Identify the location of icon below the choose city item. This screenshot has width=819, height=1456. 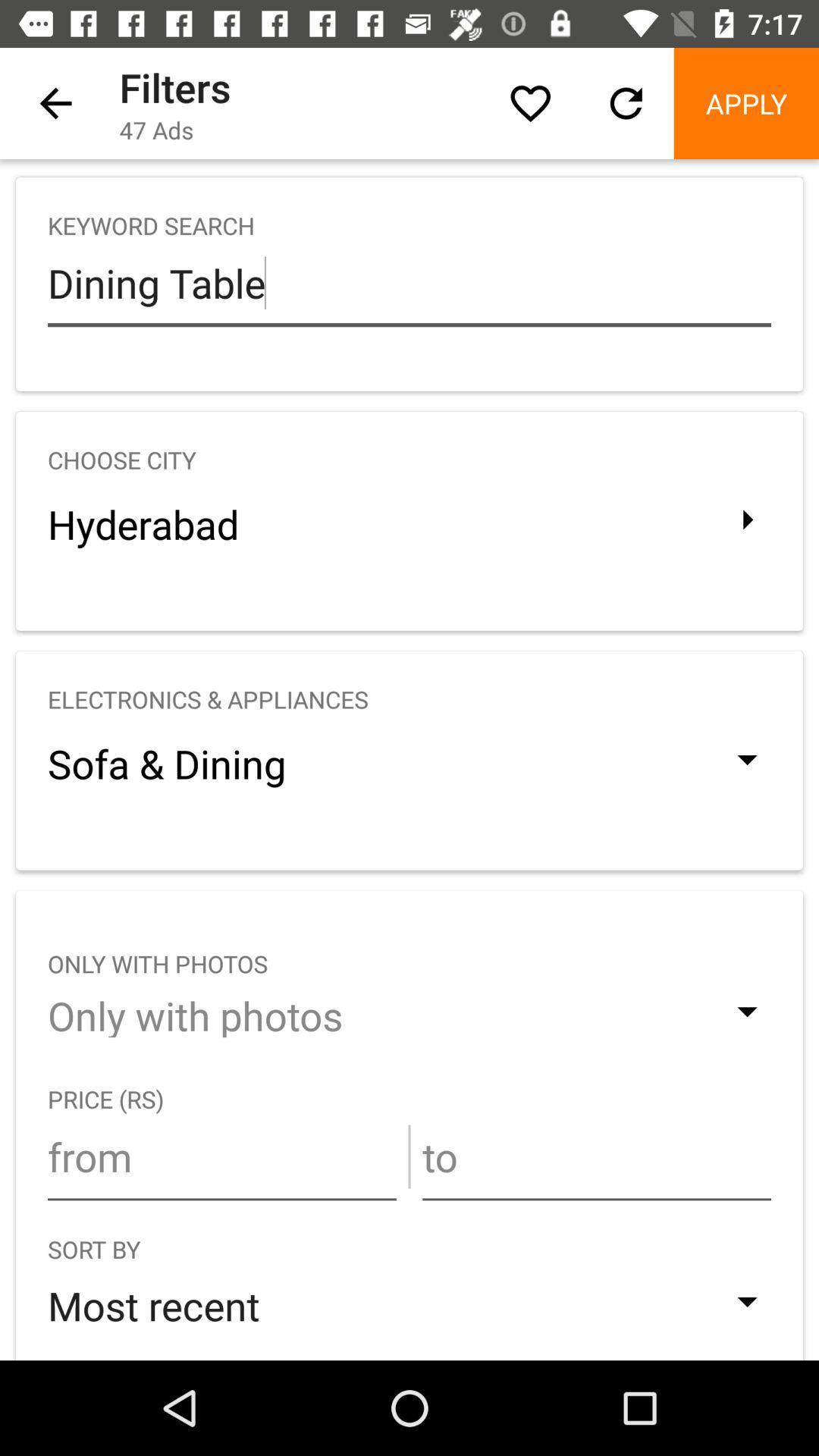
(409, 524).